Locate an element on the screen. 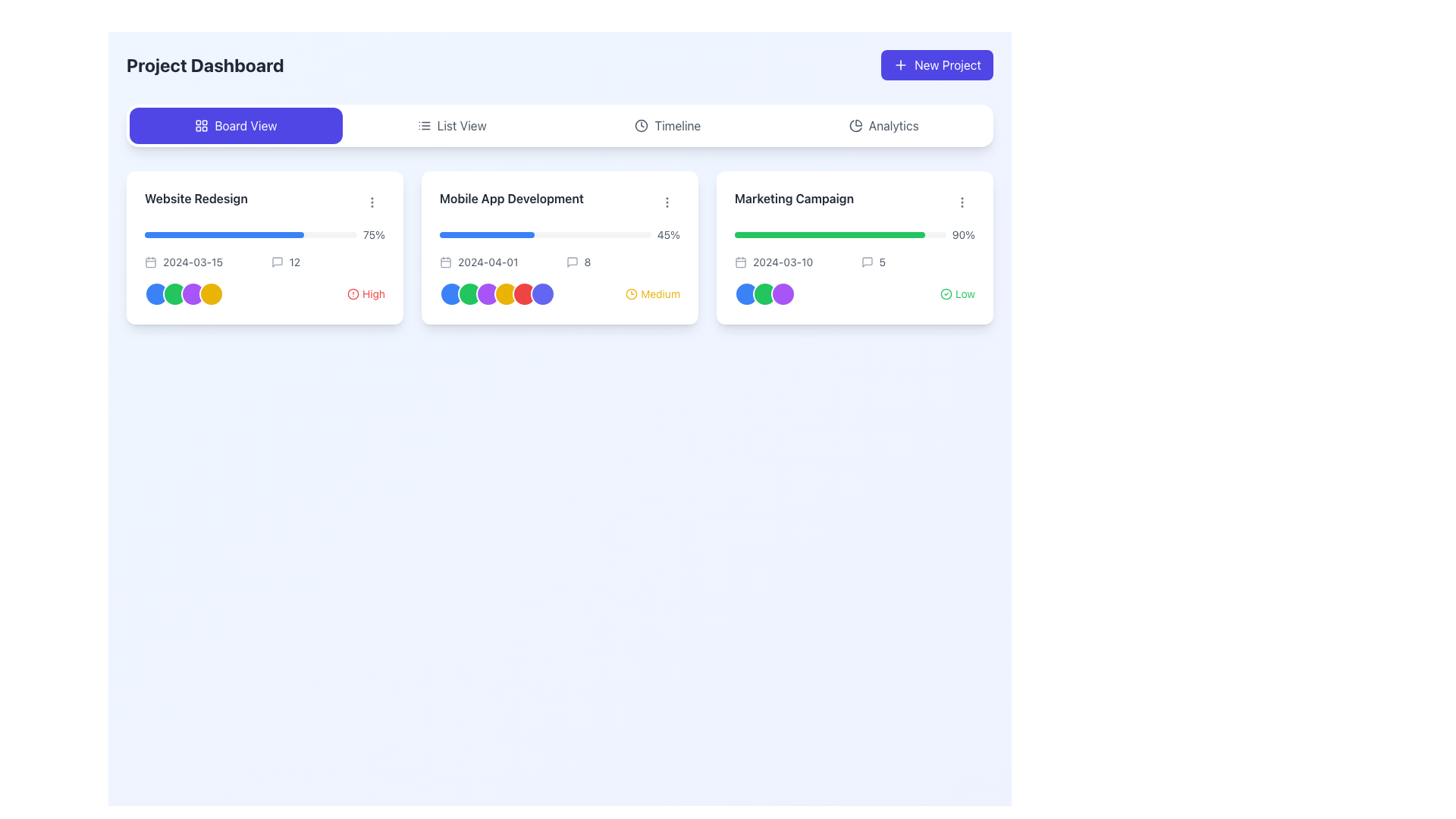 The width and height of the screenshot is (1456, 819). the second green circular badge with a white border located at the bottom of the 'Mobile App Development' card is located at coordinates (469, 294).